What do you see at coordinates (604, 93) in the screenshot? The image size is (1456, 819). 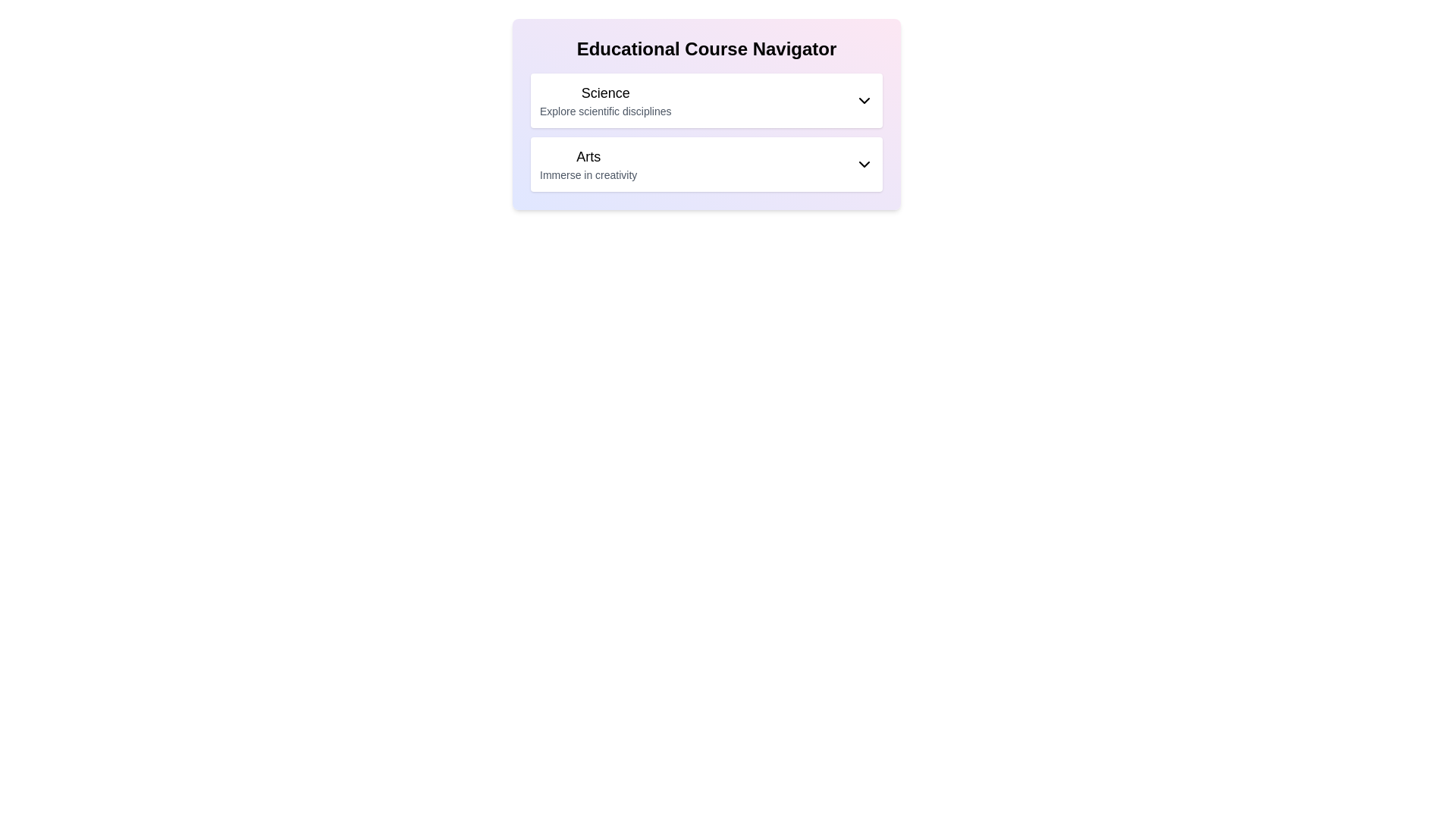 I see `text content of the 'Science' heading, which serves as a label for the section in the Educational Course Navigator` at bounding box center [604, 93].